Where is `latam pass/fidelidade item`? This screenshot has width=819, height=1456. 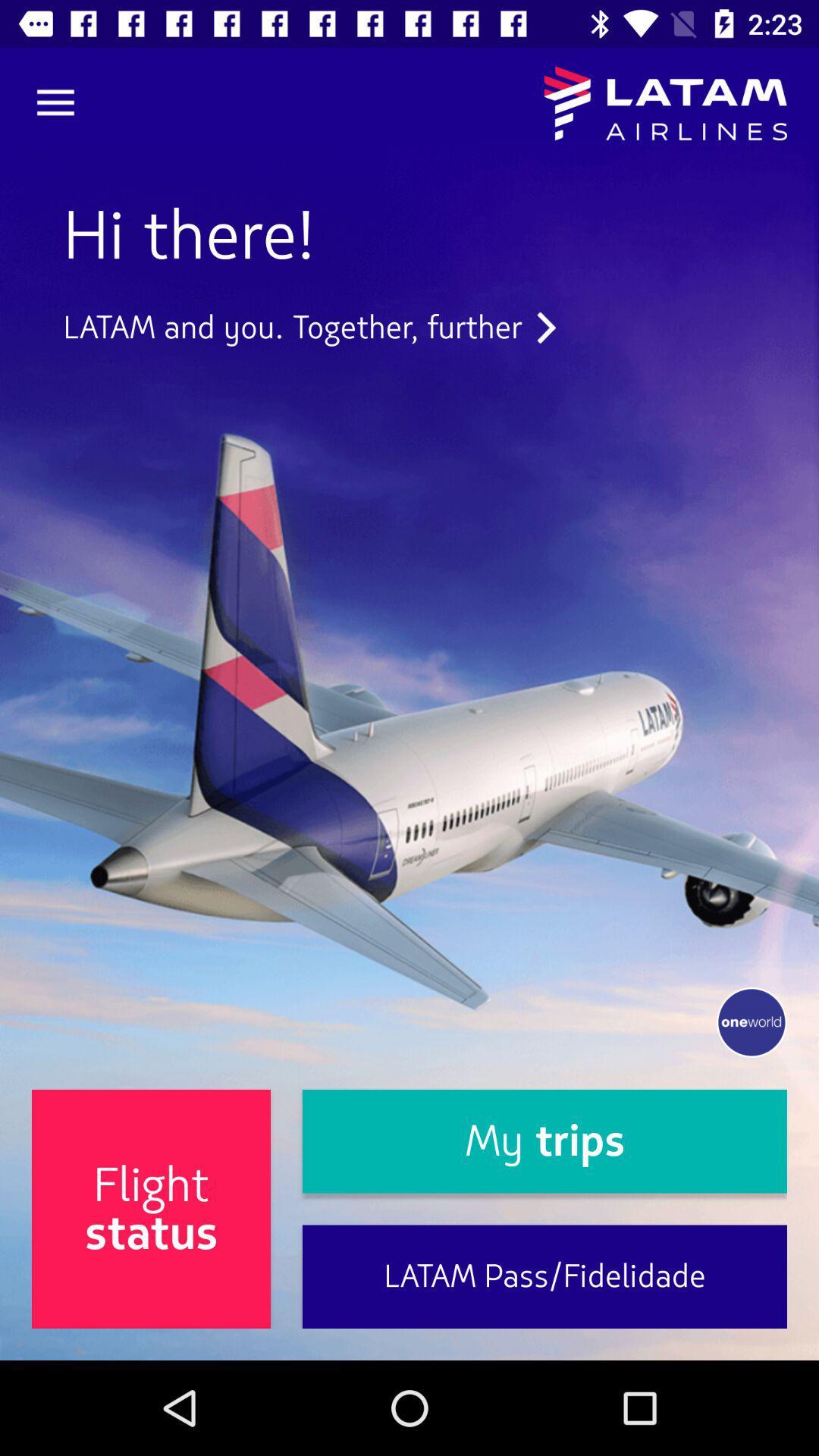
latam pass/fidelidade item is located at coordinates (544, 1276).